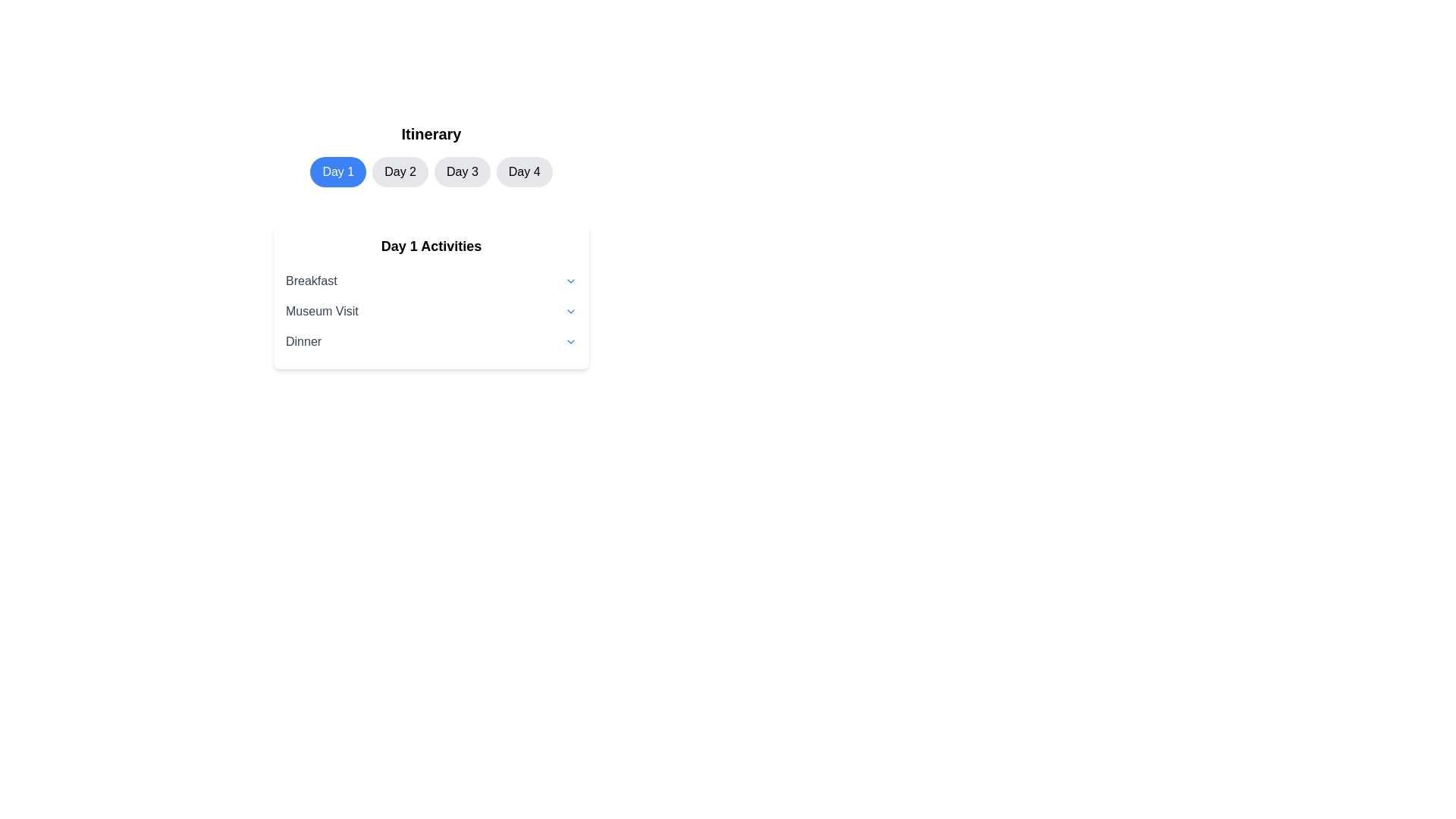 The width and height of the screenshot is (1456, 819). Describe the element at coordinates (570, 311) in the screenshot. I see `the chevron-shaped down-arrow icon styled in blue at the end of the 'Museum Visit' row to observe the hover effects transitioning to a darker blue` at that location.